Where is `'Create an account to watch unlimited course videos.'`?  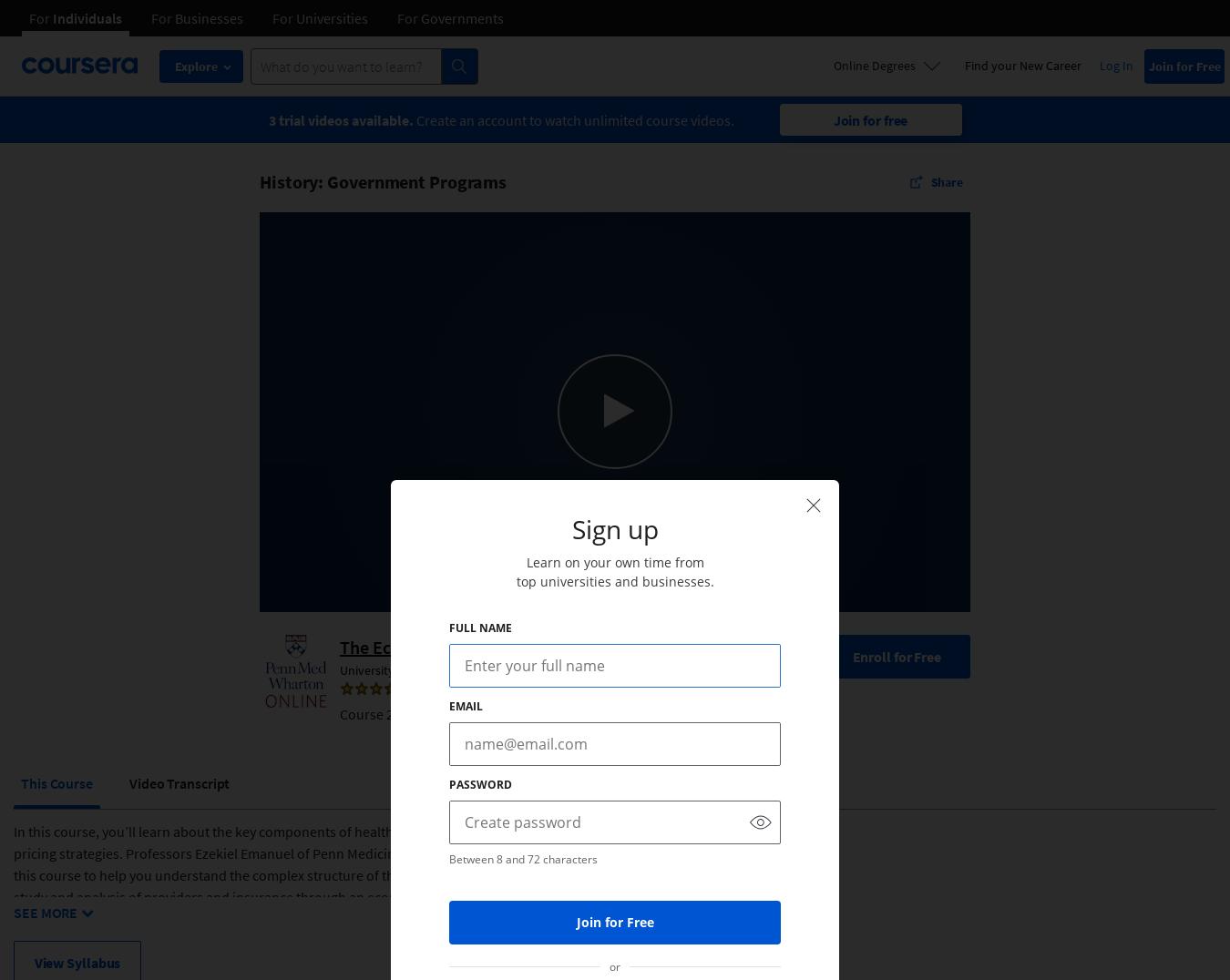
'Create an account to watch unlimited course videos.' is located at coordinates (574, 117).